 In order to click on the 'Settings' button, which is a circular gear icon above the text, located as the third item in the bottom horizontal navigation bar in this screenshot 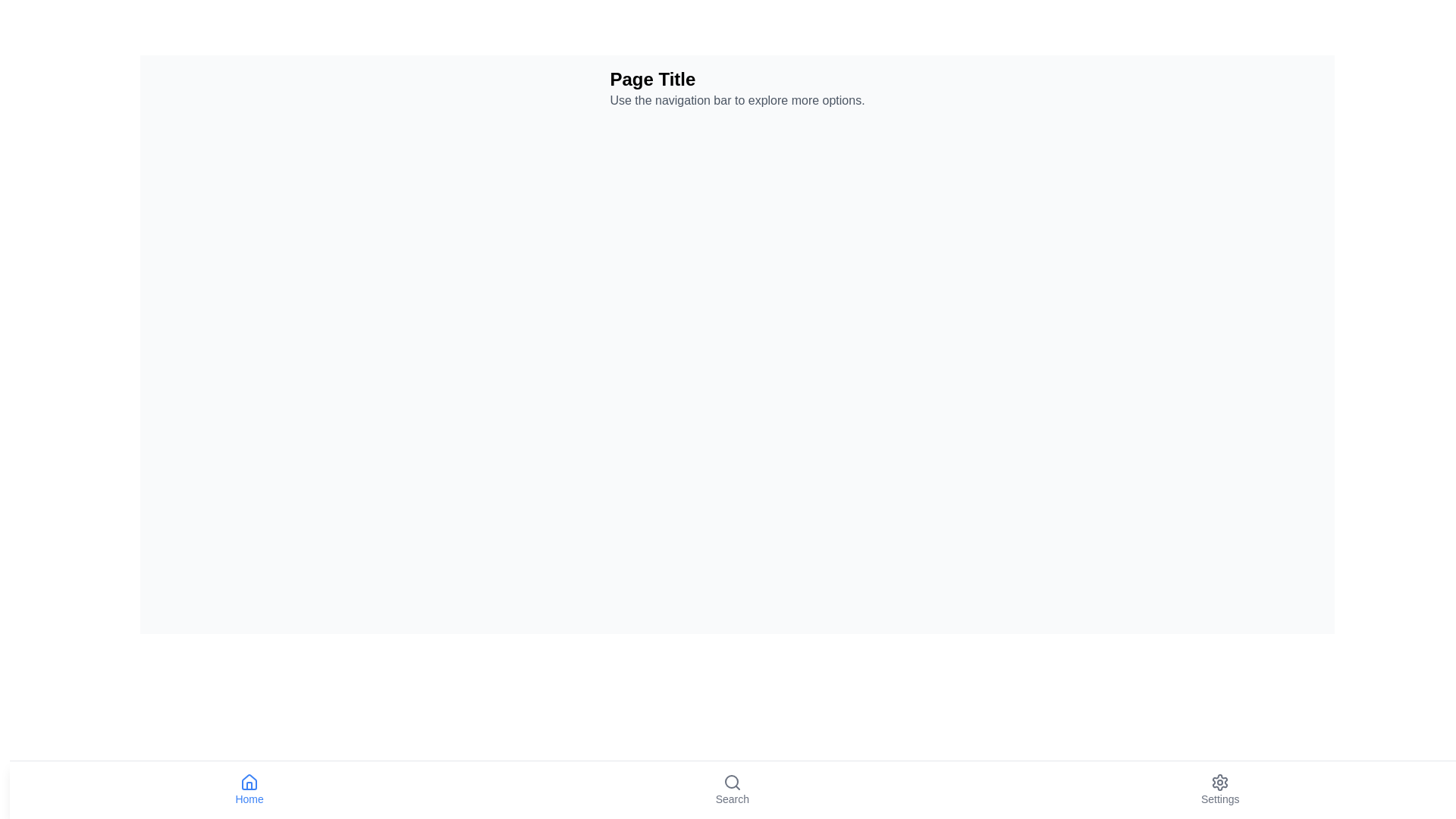, I will do `click(1220, 789)`.